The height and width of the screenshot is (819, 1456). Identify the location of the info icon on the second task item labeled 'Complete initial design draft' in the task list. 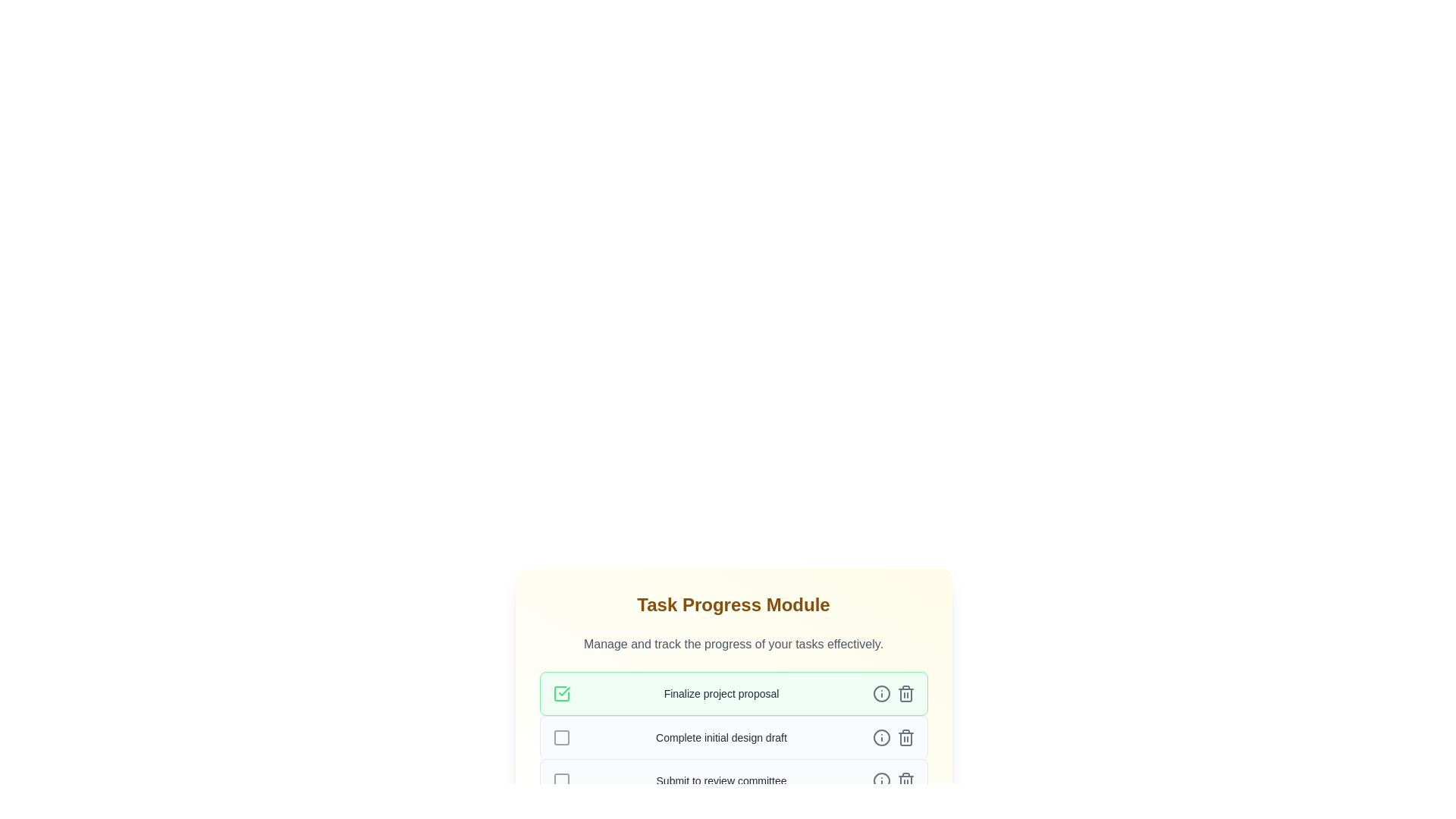
(733, 736).